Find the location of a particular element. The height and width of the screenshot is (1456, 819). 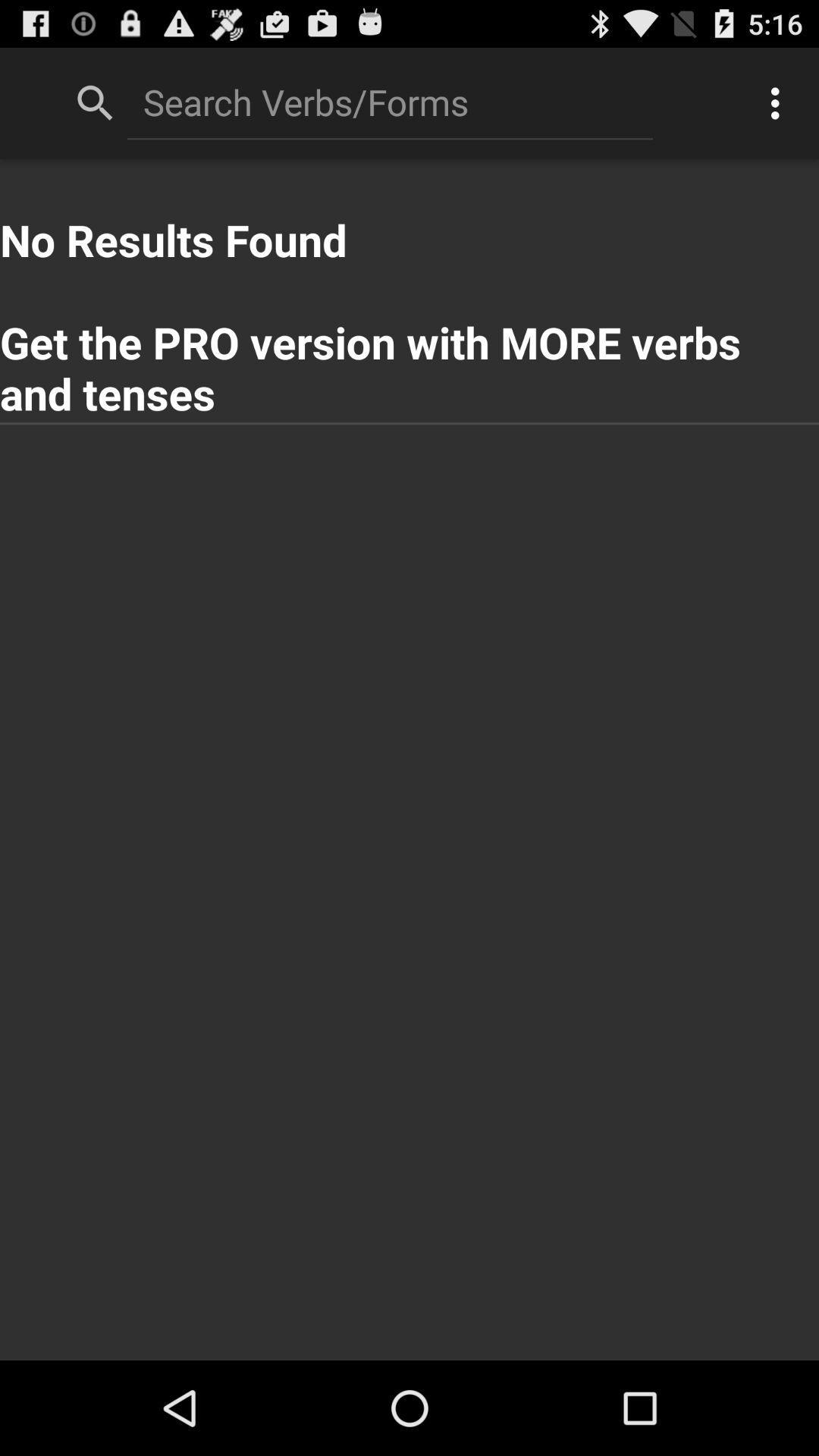

no results found item is located at coordinates (409, 290).